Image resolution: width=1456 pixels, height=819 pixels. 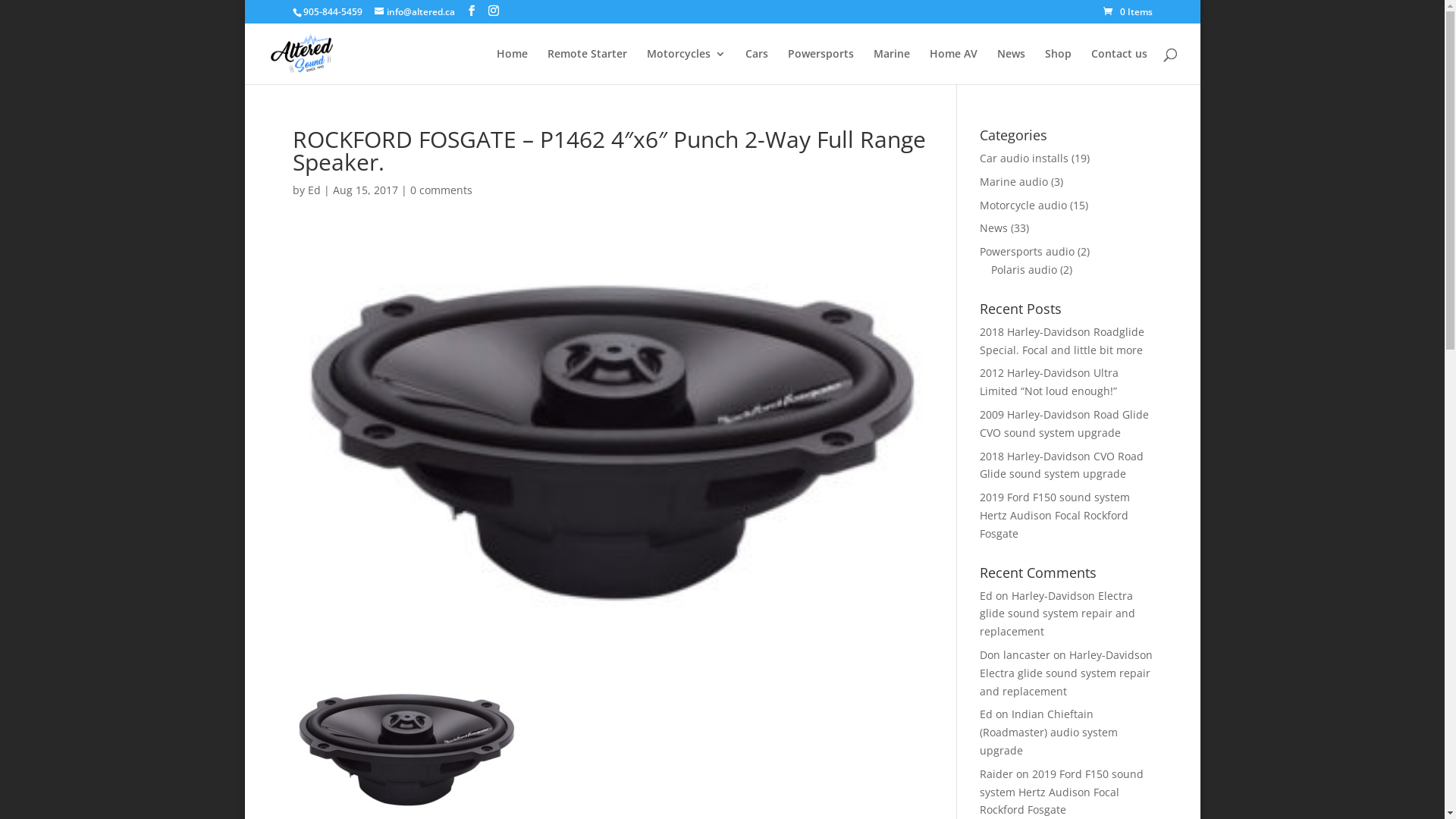 I want to click on 'Marine audio', so click(x=1014, y=180).